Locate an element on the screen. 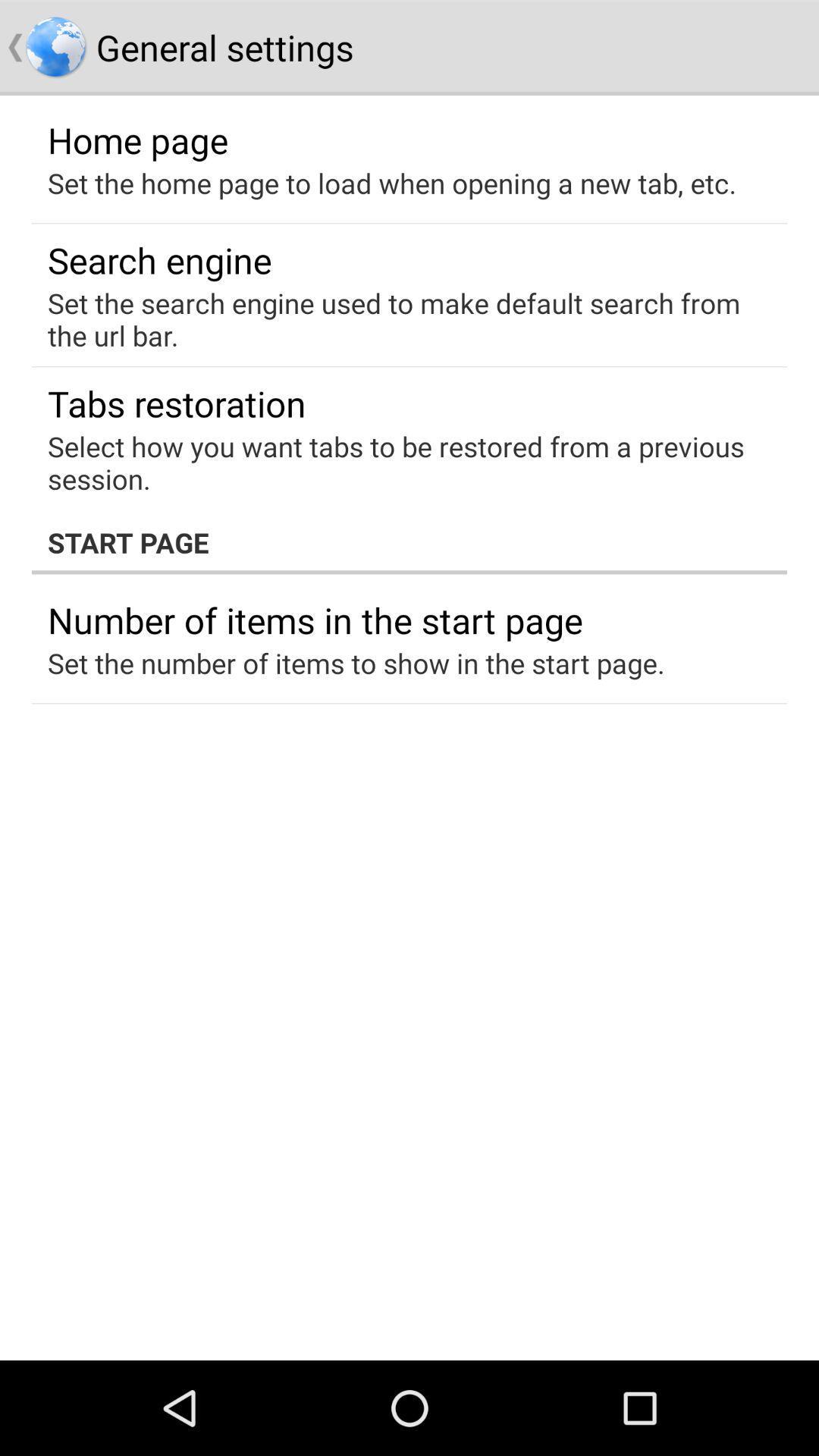  the item below the set the search item is located at coordinates (176, 403).